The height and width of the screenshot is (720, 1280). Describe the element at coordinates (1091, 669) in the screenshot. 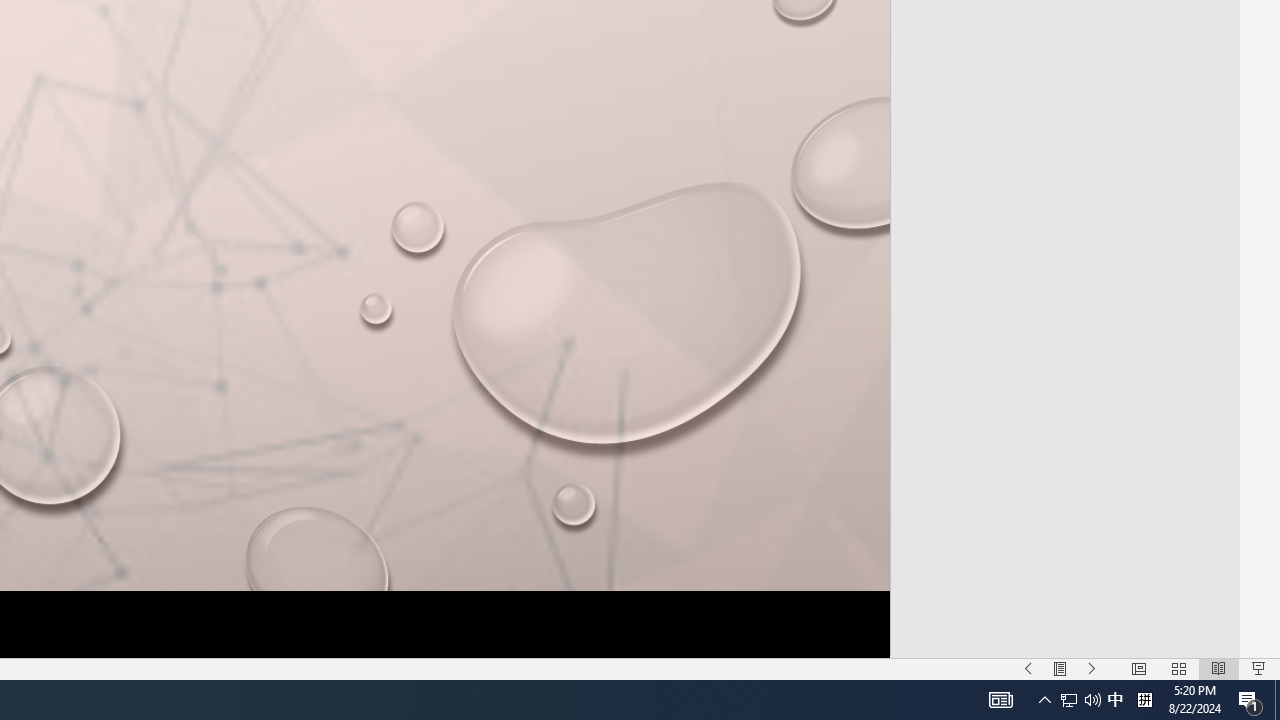

I see `'Slide Show Next On'` at that location.